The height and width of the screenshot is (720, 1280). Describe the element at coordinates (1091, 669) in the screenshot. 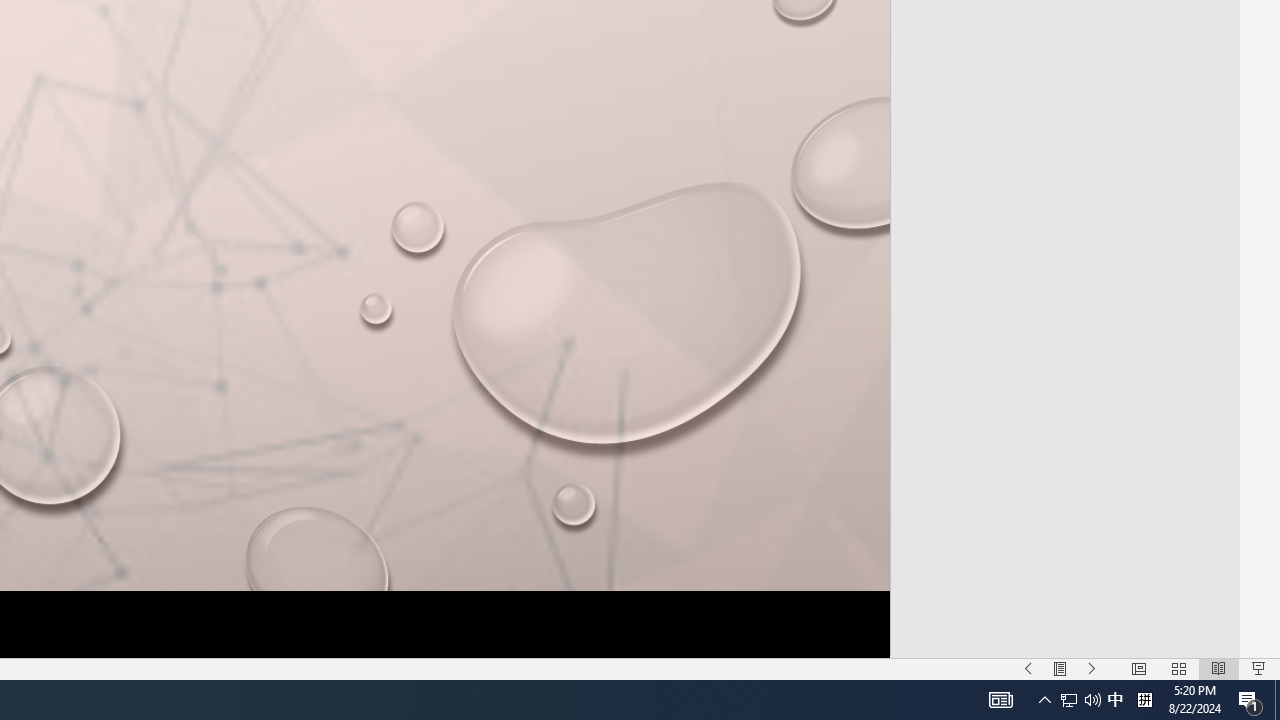

I see `'Slide Show Next On'` at that location.